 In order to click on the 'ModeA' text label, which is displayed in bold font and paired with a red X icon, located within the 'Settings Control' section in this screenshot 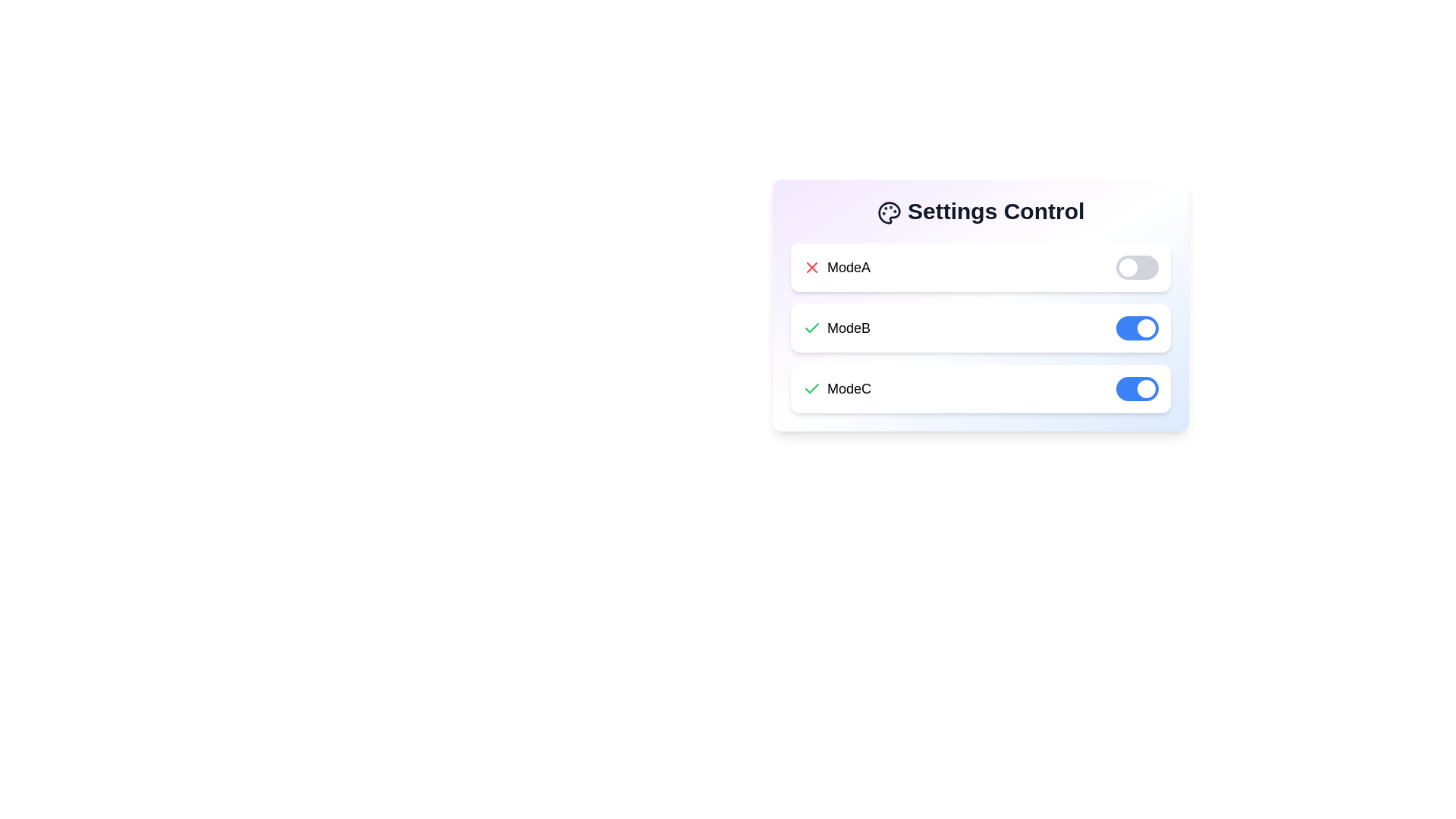, I will do `click(836, 267)`.